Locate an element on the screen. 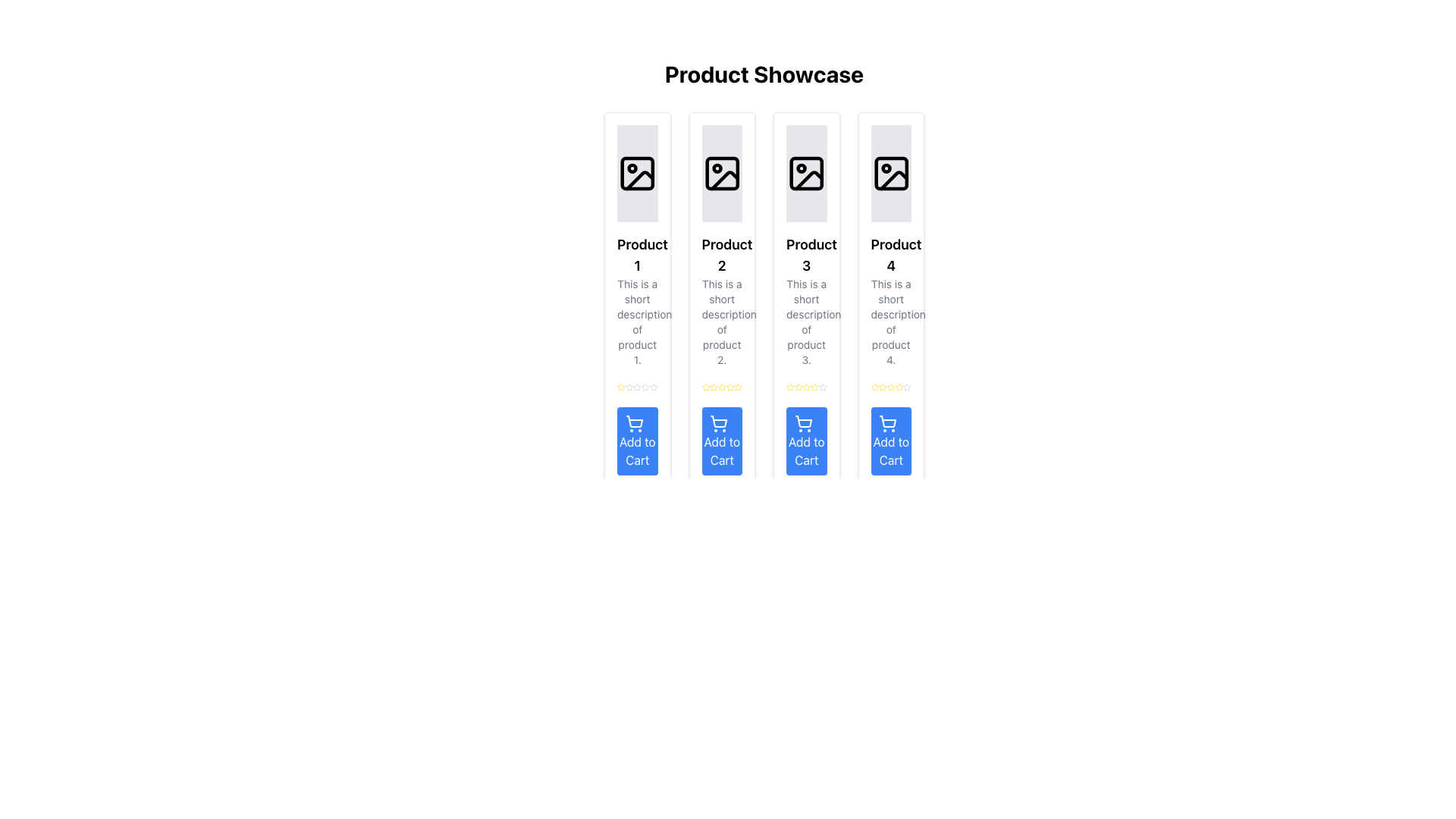 Image resolution: width=1456 pixels, height=819 pixels. the text label that identifies the title or name of the product displayed in the first product card, which is centrally aligned above the description text is located at coordinates (637, 254).